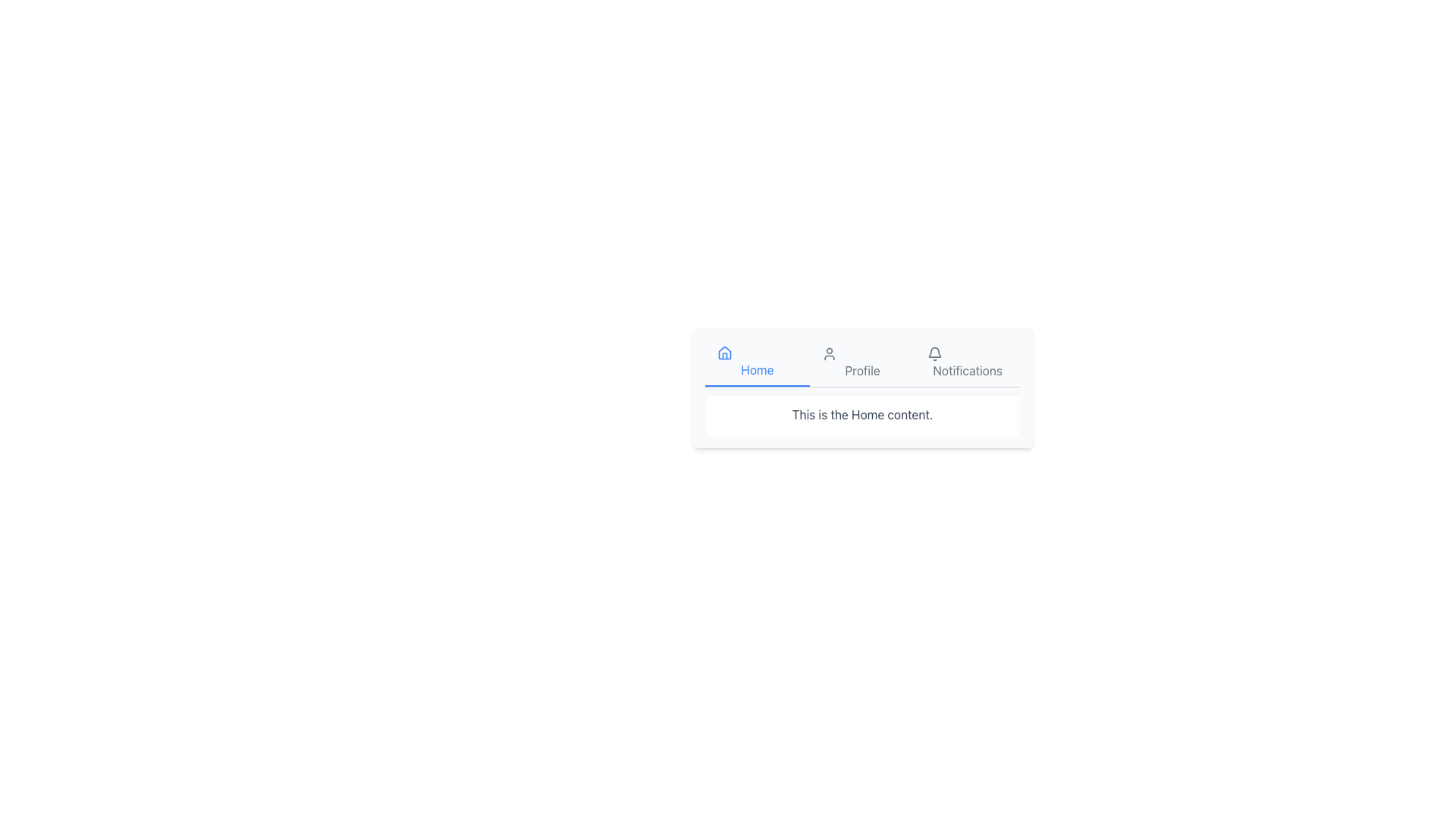 The image size is (1456, 819). What do you see at coordinates (723, 353) in the screenshot?
I see `the house icon located on the 'Home' tab in the navigation bar` at bounding box center [723, 353].